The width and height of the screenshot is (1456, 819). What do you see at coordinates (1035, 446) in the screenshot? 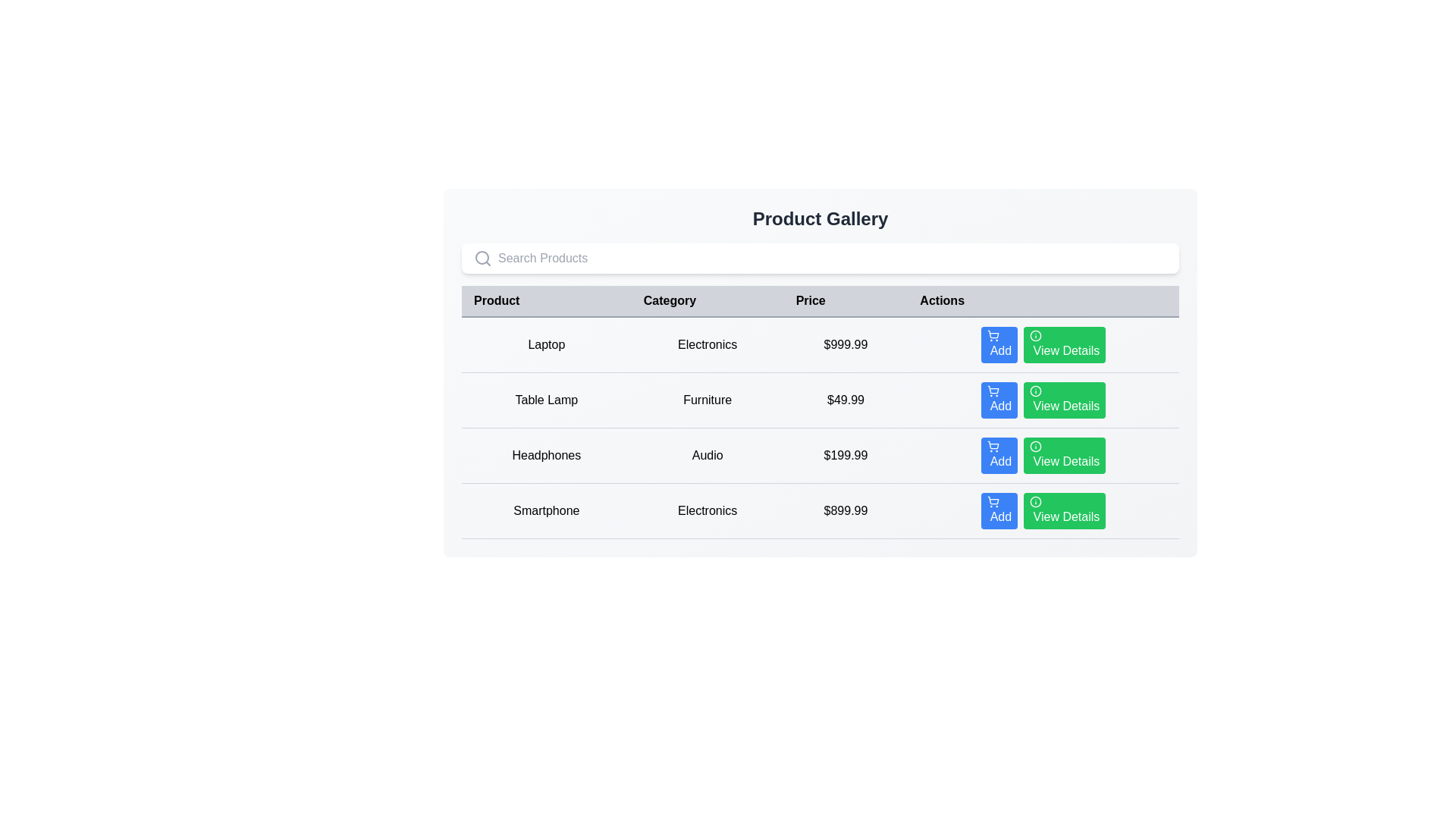
I see `the informational icon located to the left of the 'View Details' button in the 'Actions' column for the 'Headphones' product` at bounding box center [1035, 446].